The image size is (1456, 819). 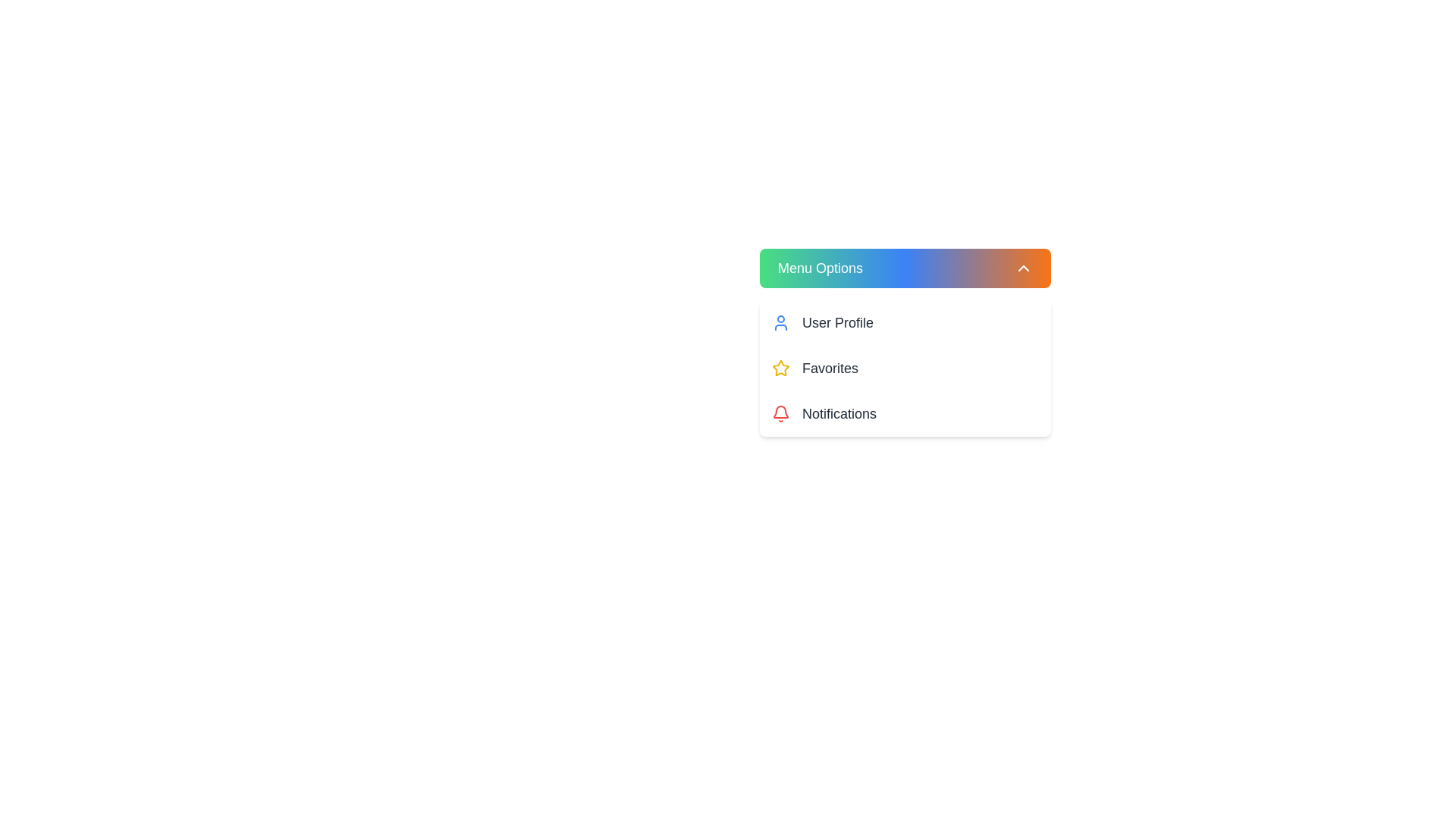 I want to click on the star icon located to the left of the text label 'Favorites', which signifies marked favorite items in the vertically stacked menu, so click(x=781, y=369).